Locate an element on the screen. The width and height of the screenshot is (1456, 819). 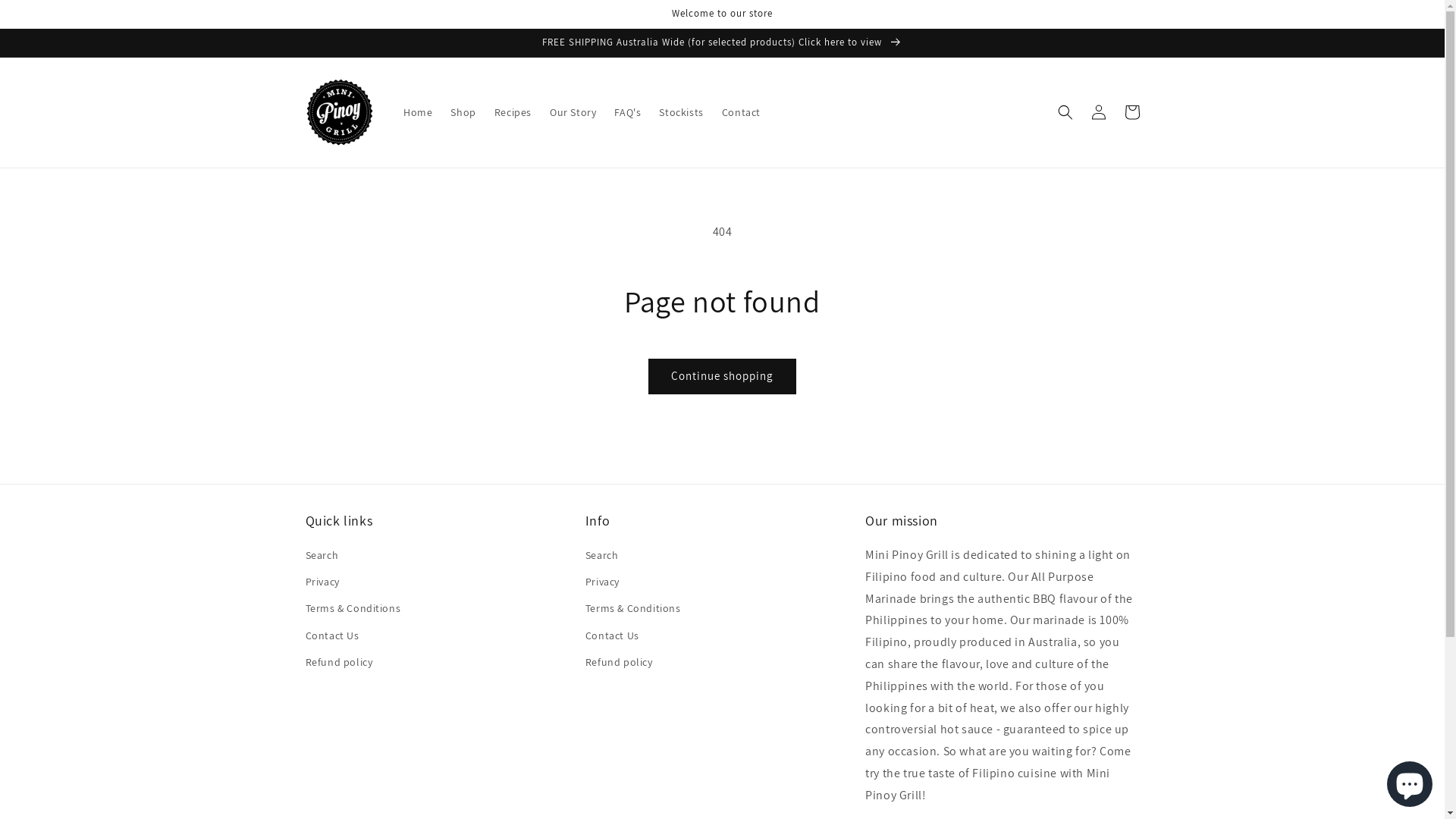
'Refund policy' is located at coordinates (619, 661).